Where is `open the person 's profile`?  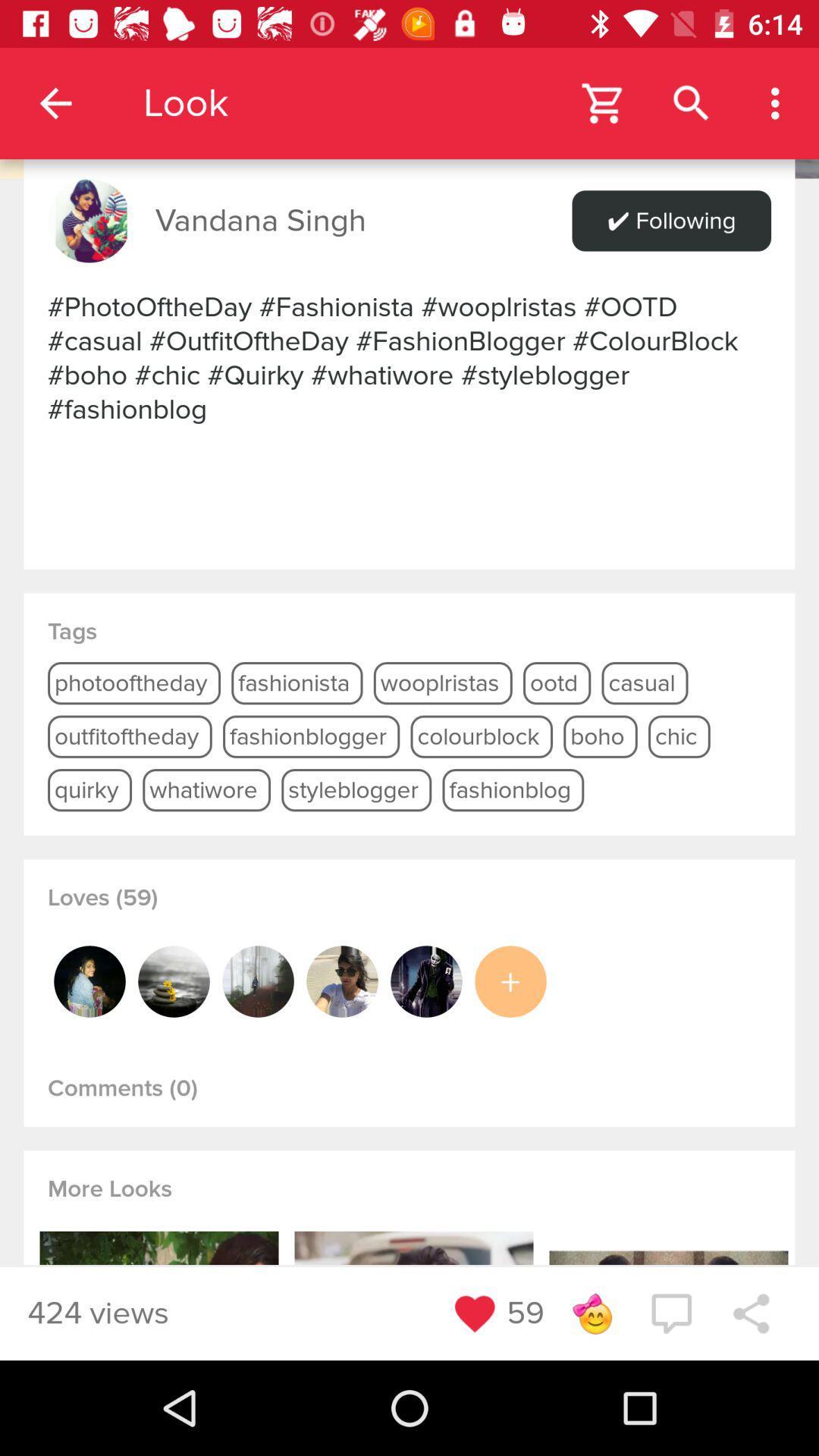 open the person 's profile is located at coordinates (89, 981).